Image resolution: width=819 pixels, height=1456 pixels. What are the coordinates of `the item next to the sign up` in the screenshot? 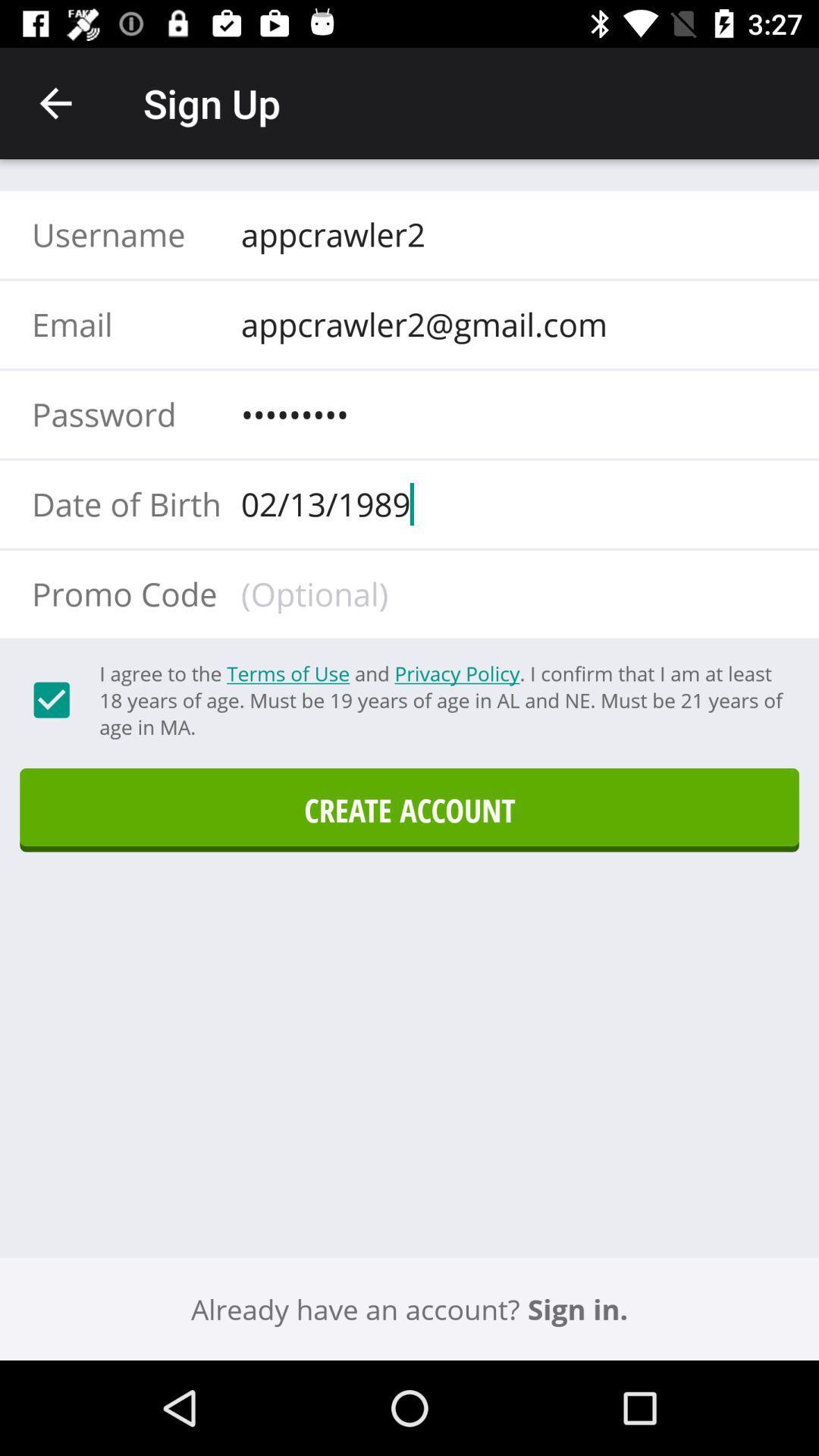 It's located at (55, 102).